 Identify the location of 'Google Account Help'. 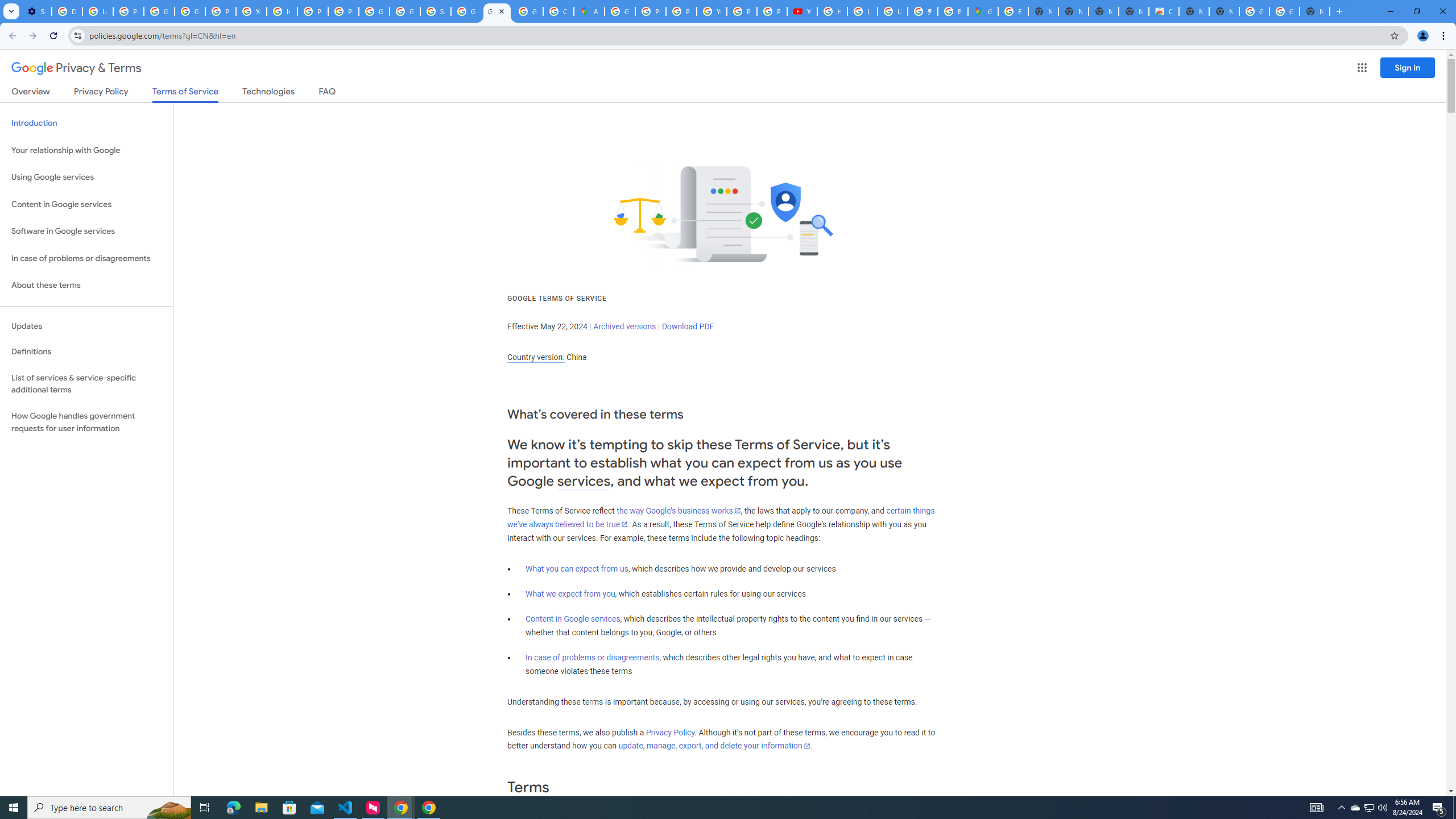
(158, 11).